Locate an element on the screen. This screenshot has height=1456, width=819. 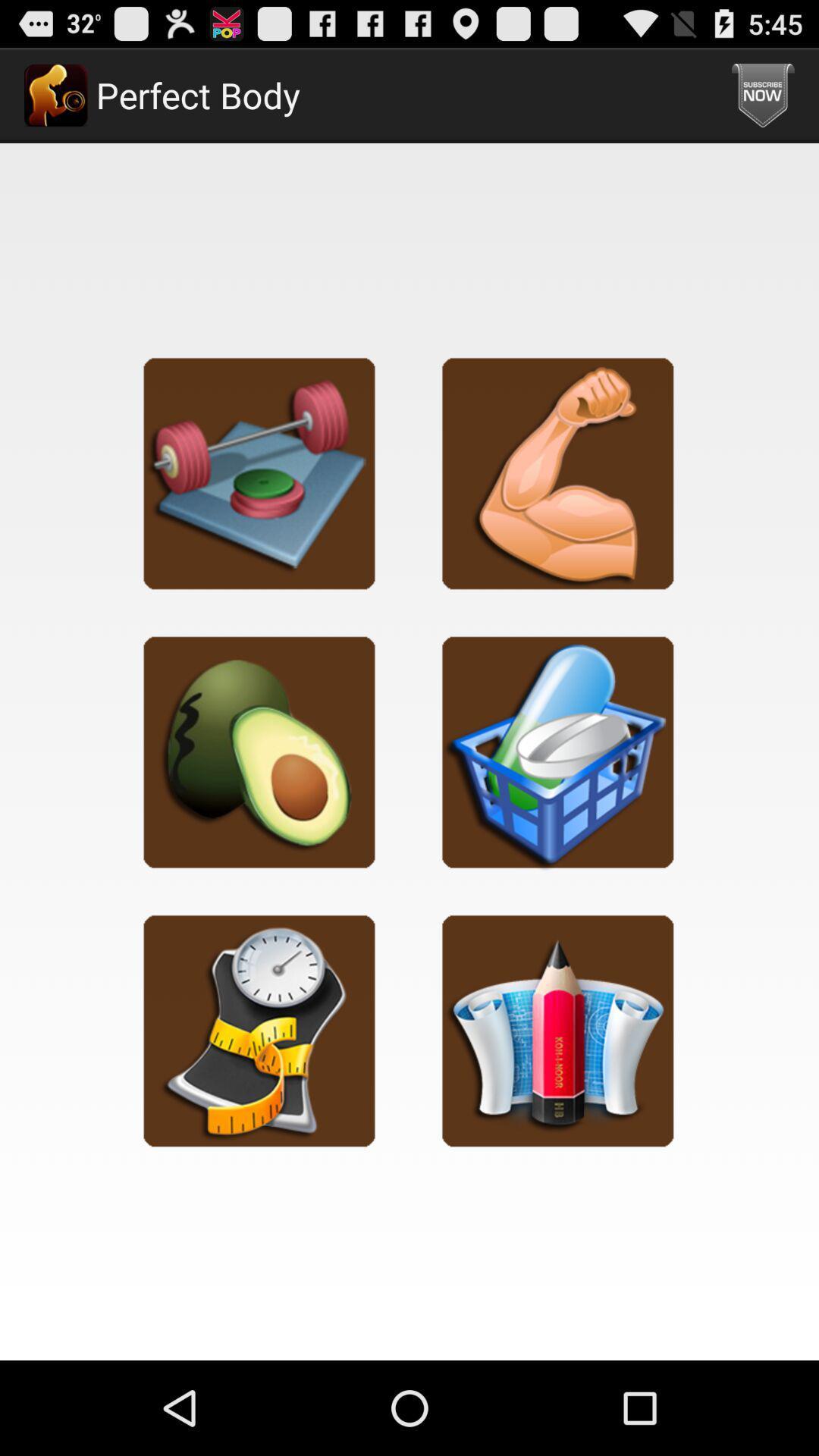
track workout is located at coordinates (259, 472).